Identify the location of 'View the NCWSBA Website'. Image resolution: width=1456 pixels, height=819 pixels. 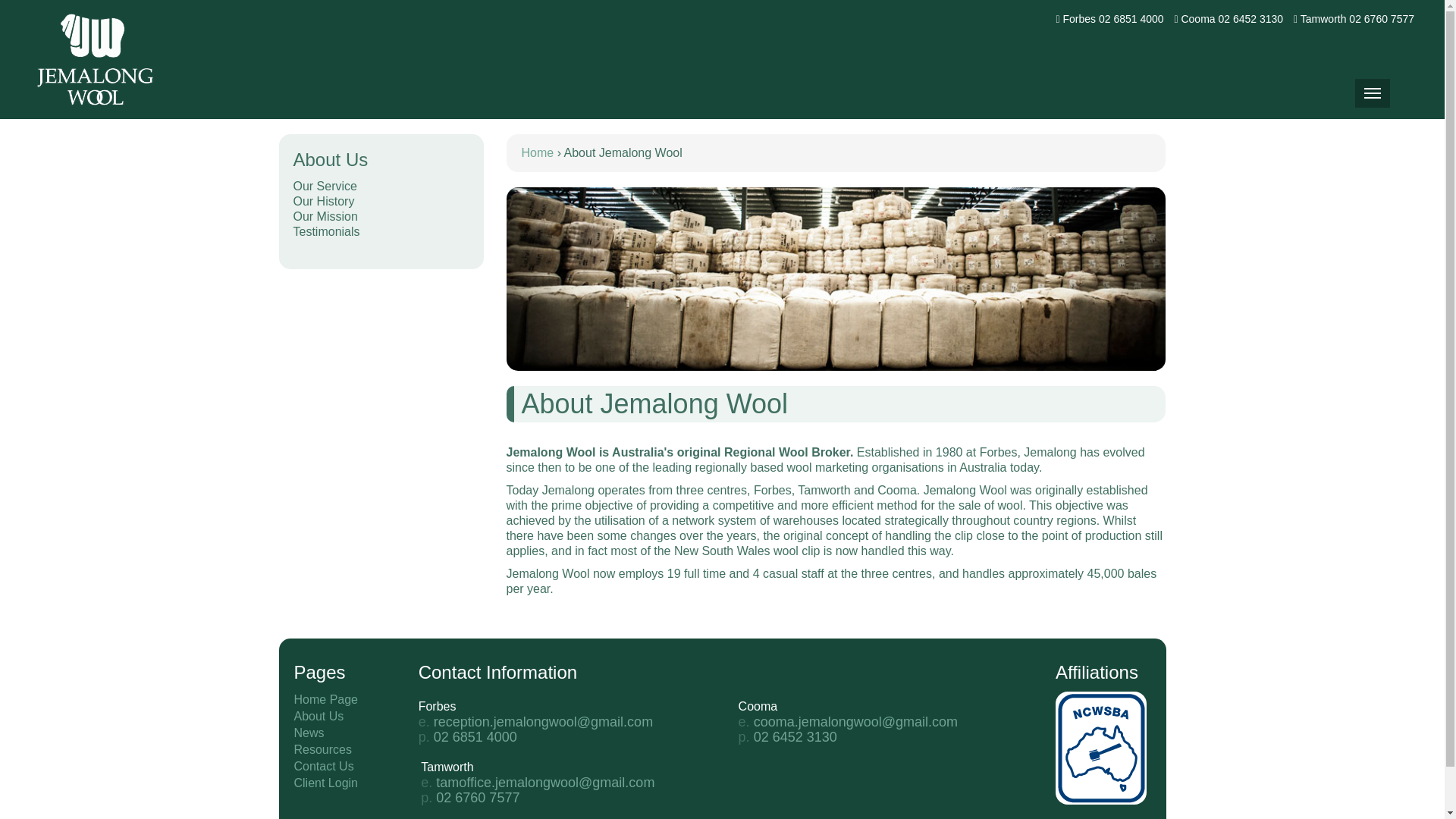
(1055, 745).